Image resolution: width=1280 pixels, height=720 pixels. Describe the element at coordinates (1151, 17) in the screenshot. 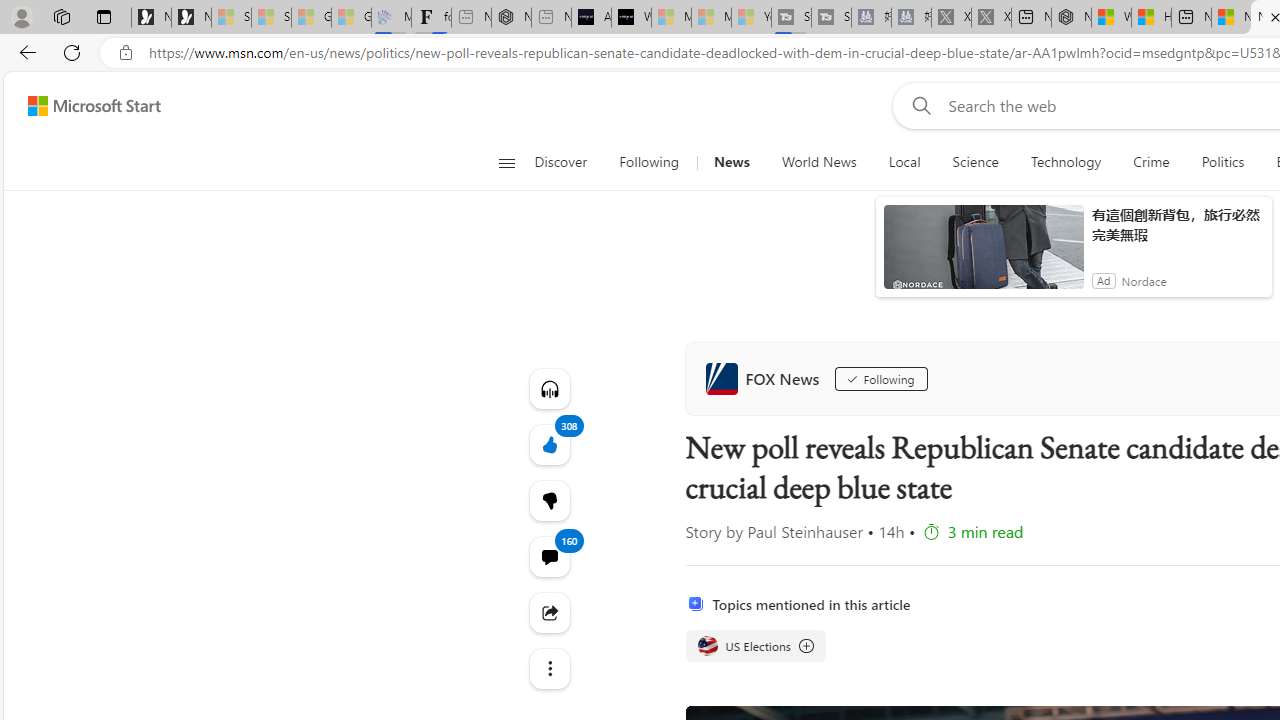

I see `'Huge shark washes ashore at New York City beach | Watch'` at that location.